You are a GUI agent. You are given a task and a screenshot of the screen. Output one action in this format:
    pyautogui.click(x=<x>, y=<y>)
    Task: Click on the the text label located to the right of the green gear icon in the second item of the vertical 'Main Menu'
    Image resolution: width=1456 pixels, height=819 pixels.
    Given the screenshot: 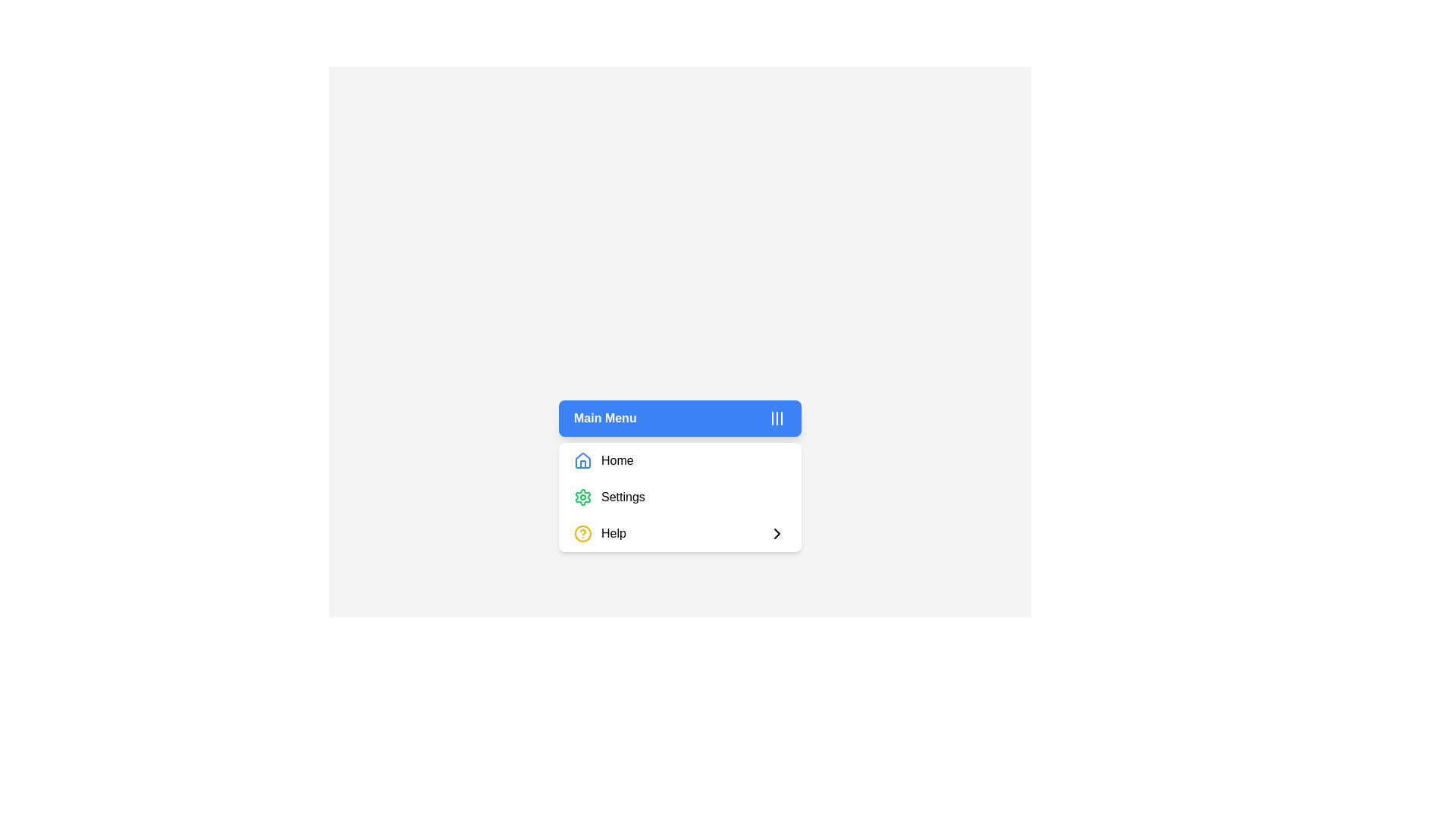 What is the action you would take?
    pyautogui.click(x=623, y=497)
    